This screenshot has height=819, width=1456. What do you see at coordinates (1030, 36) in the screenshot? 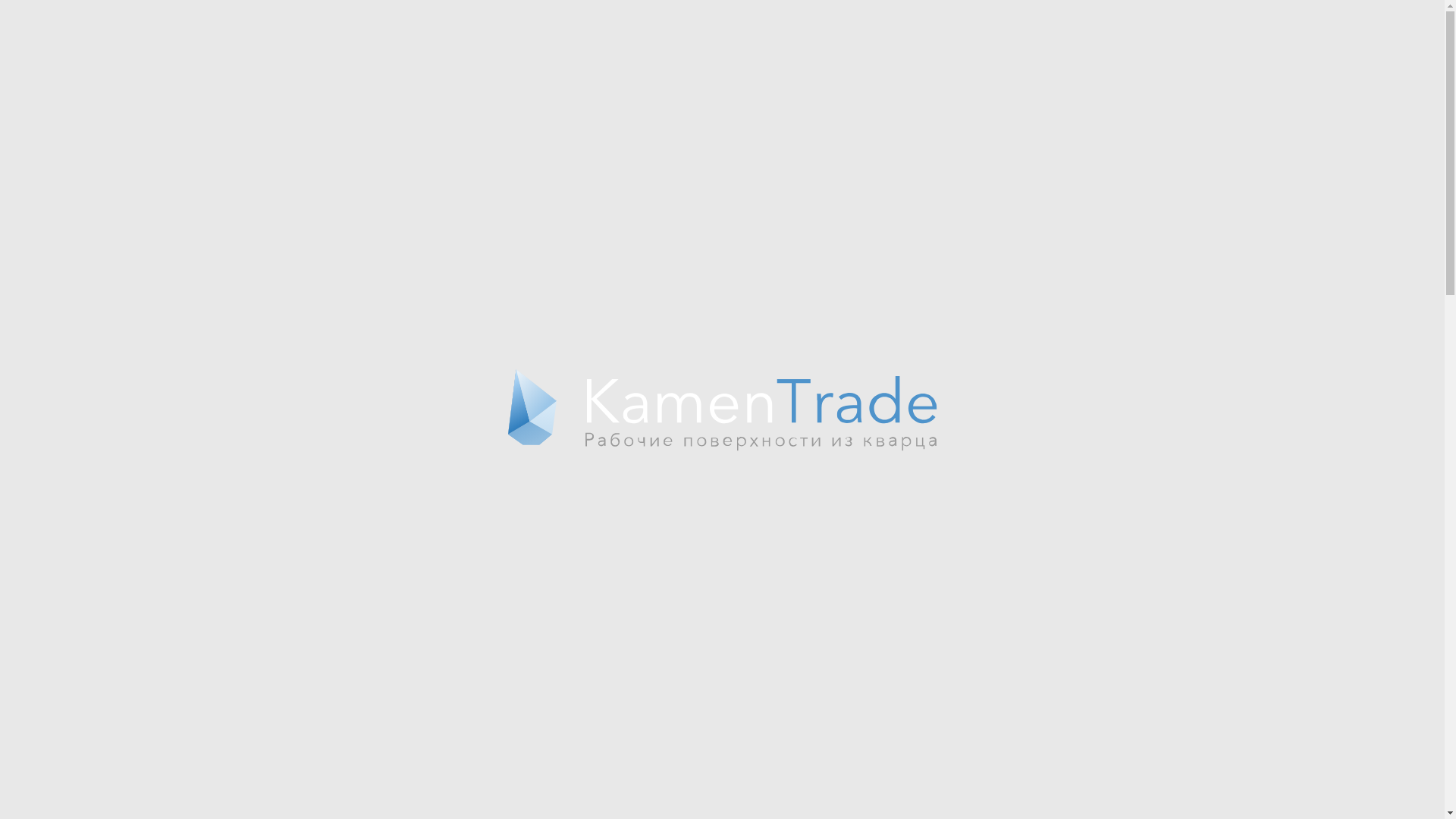
I see `'+375 (29) 588-08-80'` at bounding box center [1030, 36].